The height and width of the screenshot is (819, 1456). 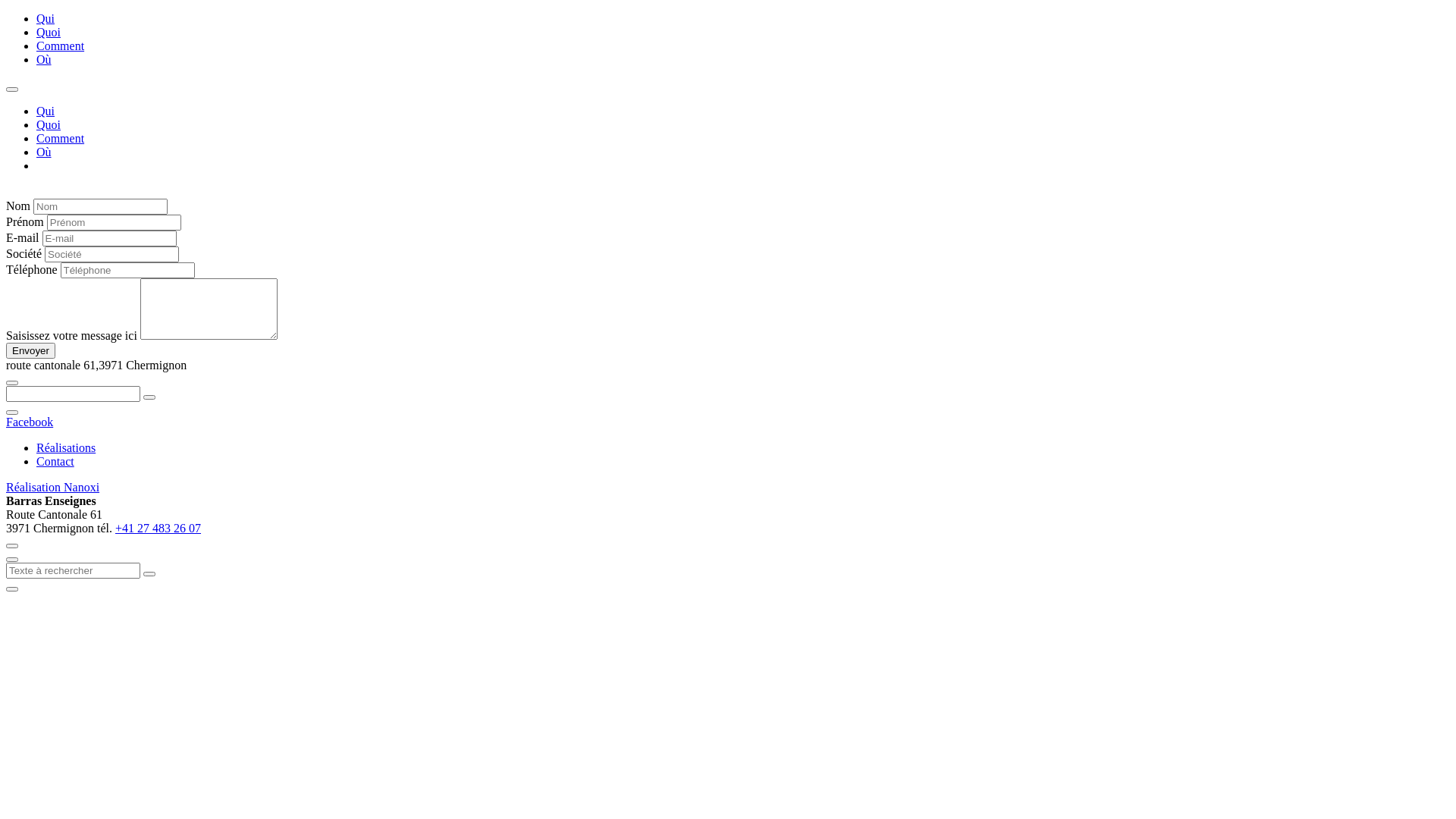 I want to click on 'fermer', so click(x=11, y=559).